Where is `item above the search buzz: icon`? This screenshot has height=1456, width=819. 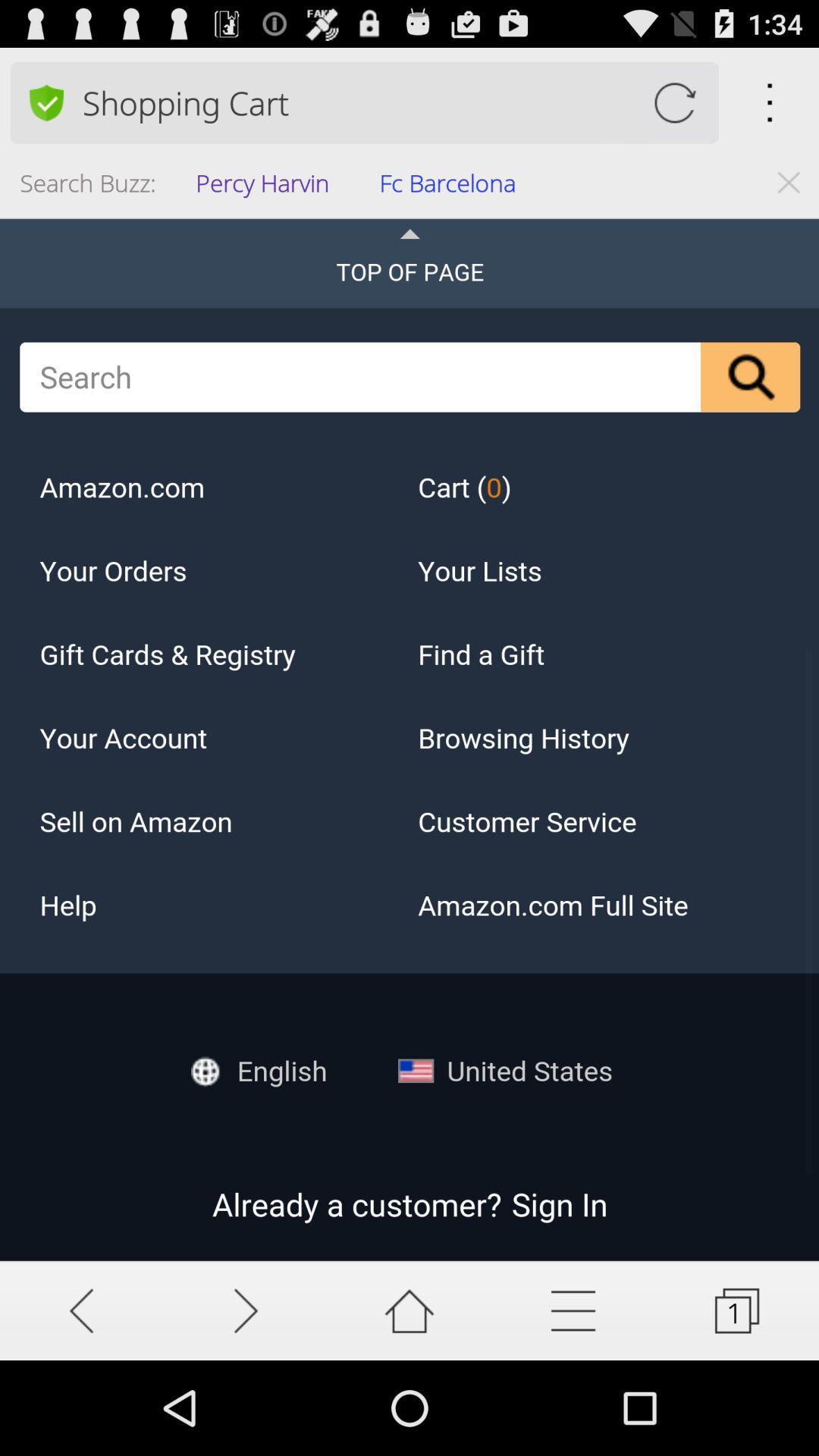
item above the search buzz: icon is located at coordinates (45, 102).